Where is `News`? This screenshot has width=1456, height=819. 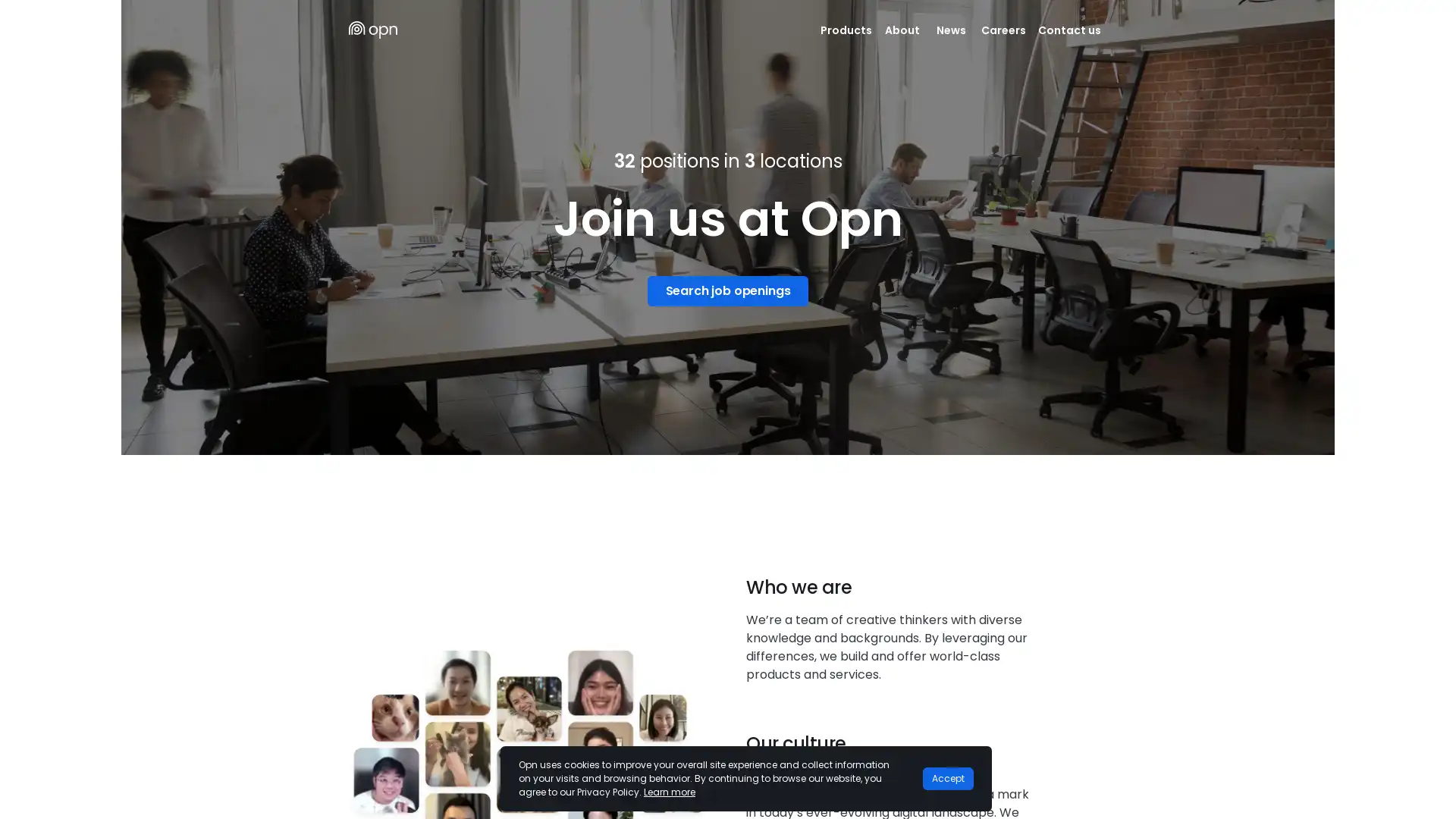 News is located at coordinates (949, 30).